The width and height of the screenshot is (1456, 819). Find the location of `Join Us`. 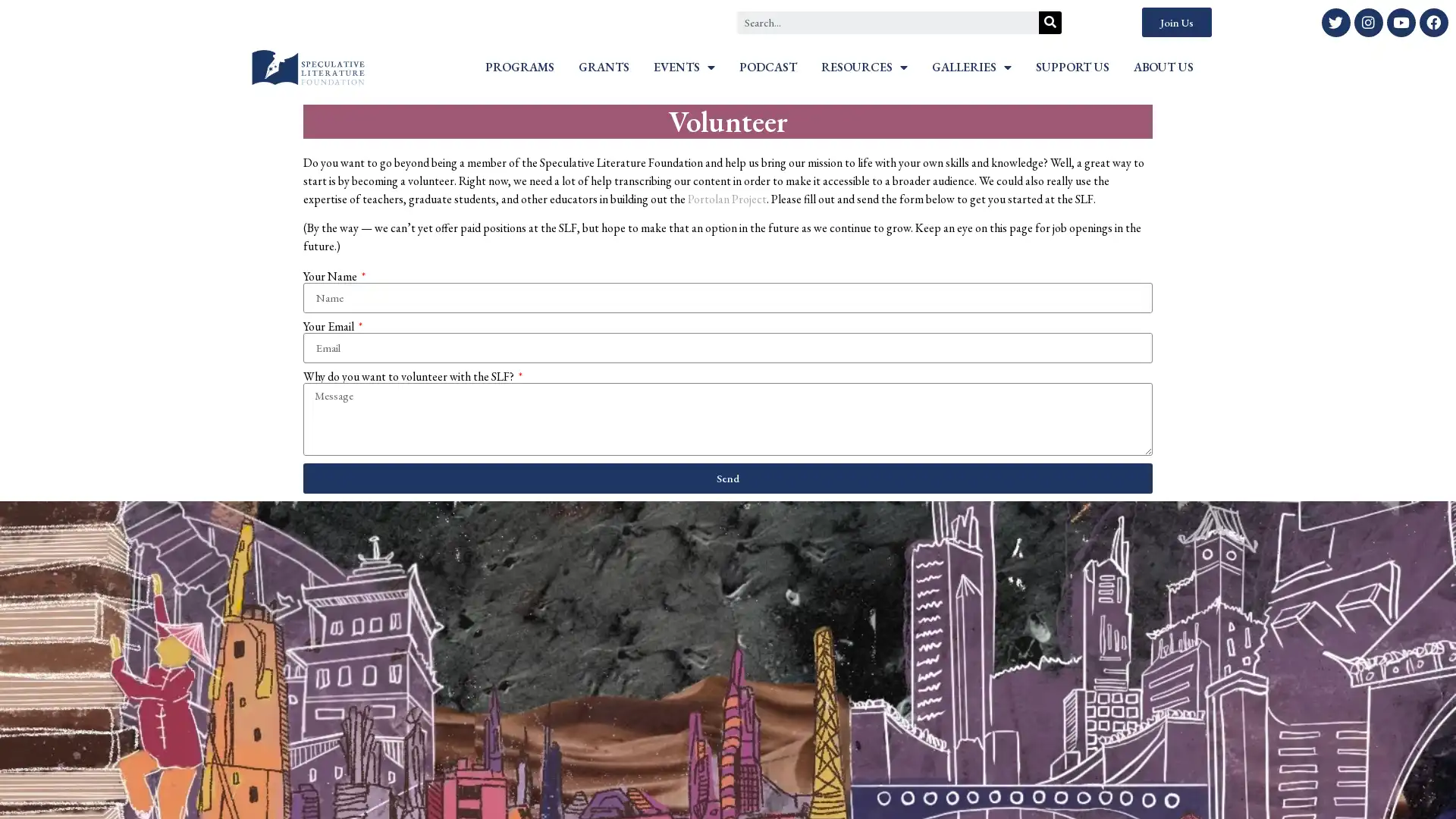

Join Us is located at coordinates (1175, 22).